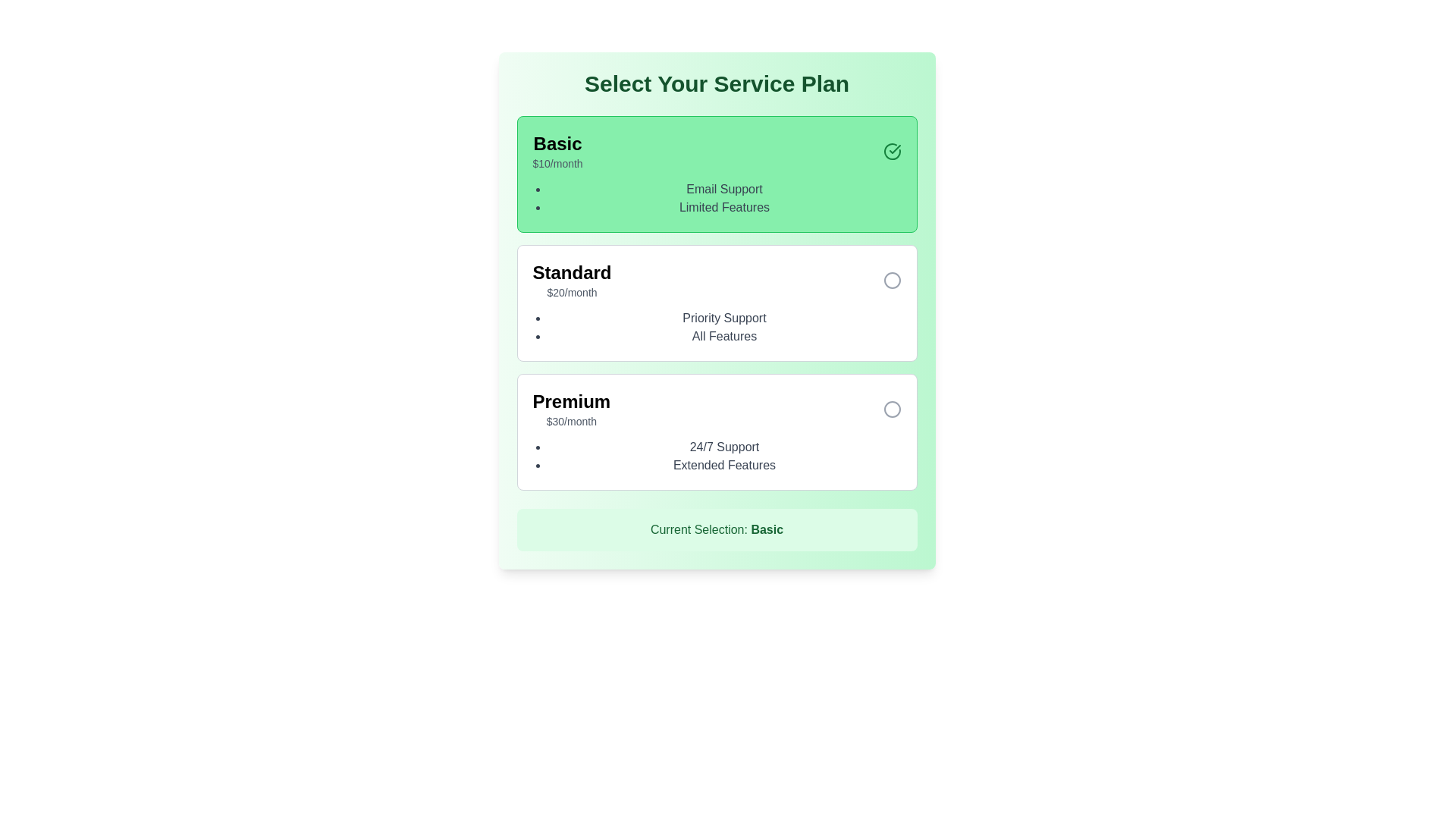  What do you see at coordinates (892, 281) in the screenshot?
I see `the SVG circle graphic that represents the 'Standard' option for selecting a service plan` at bounding box center [892, 281].